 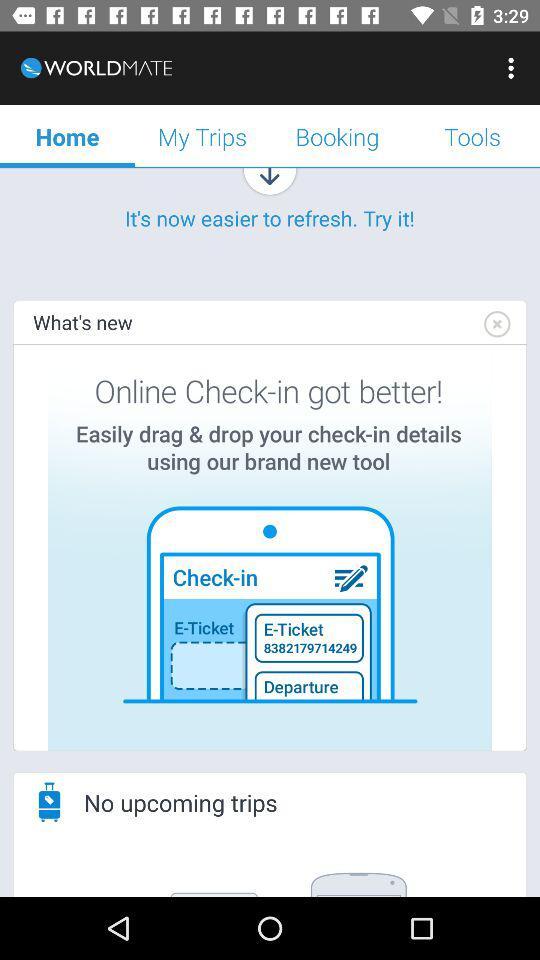 I want to click on app next to the my trips icon, so click(x=67, y=135).